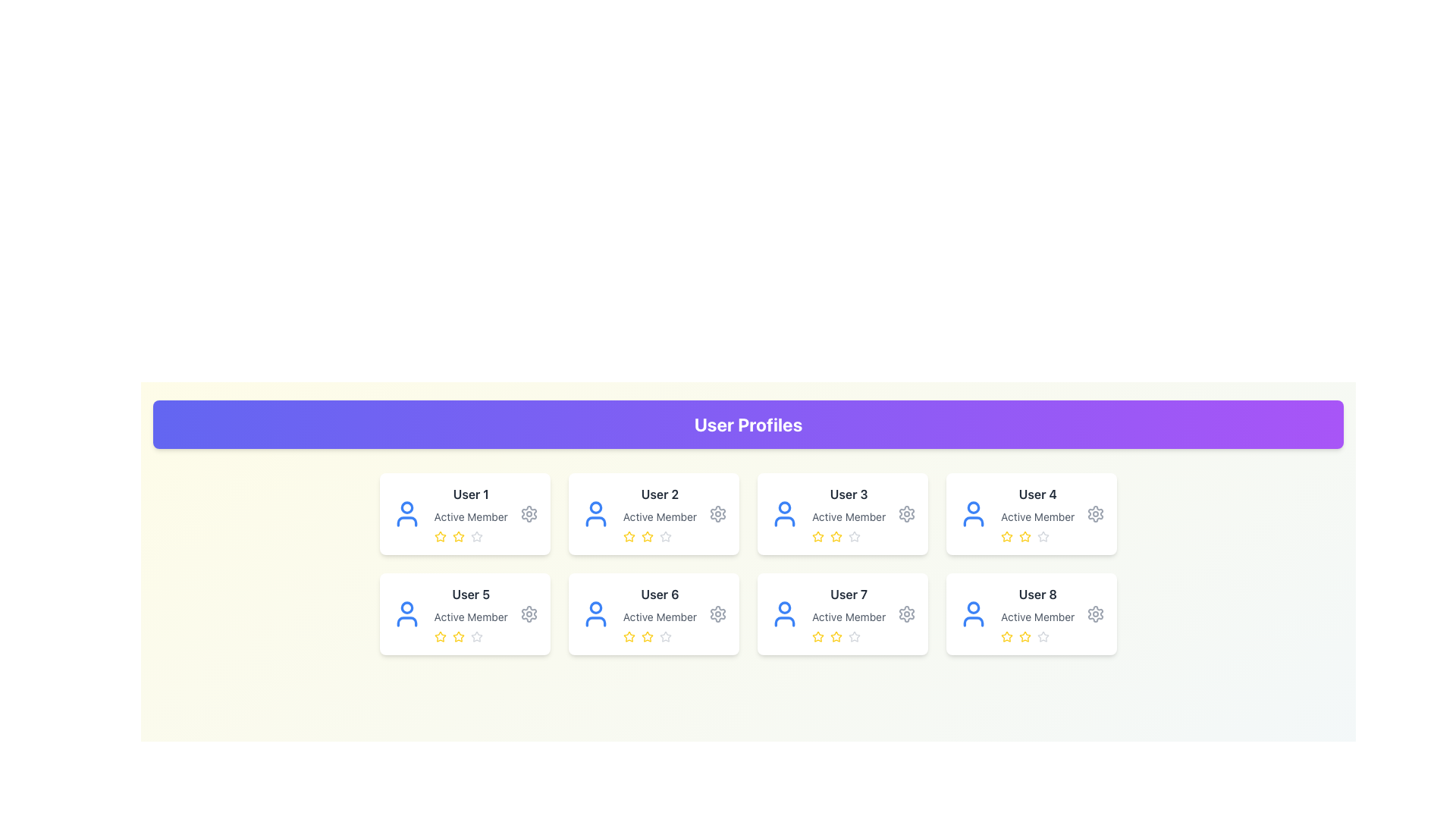 The image size is (1456, 819). I want to click on the third user profile card in the grid that displays user information including username, status, and rating, so click(848, 513).